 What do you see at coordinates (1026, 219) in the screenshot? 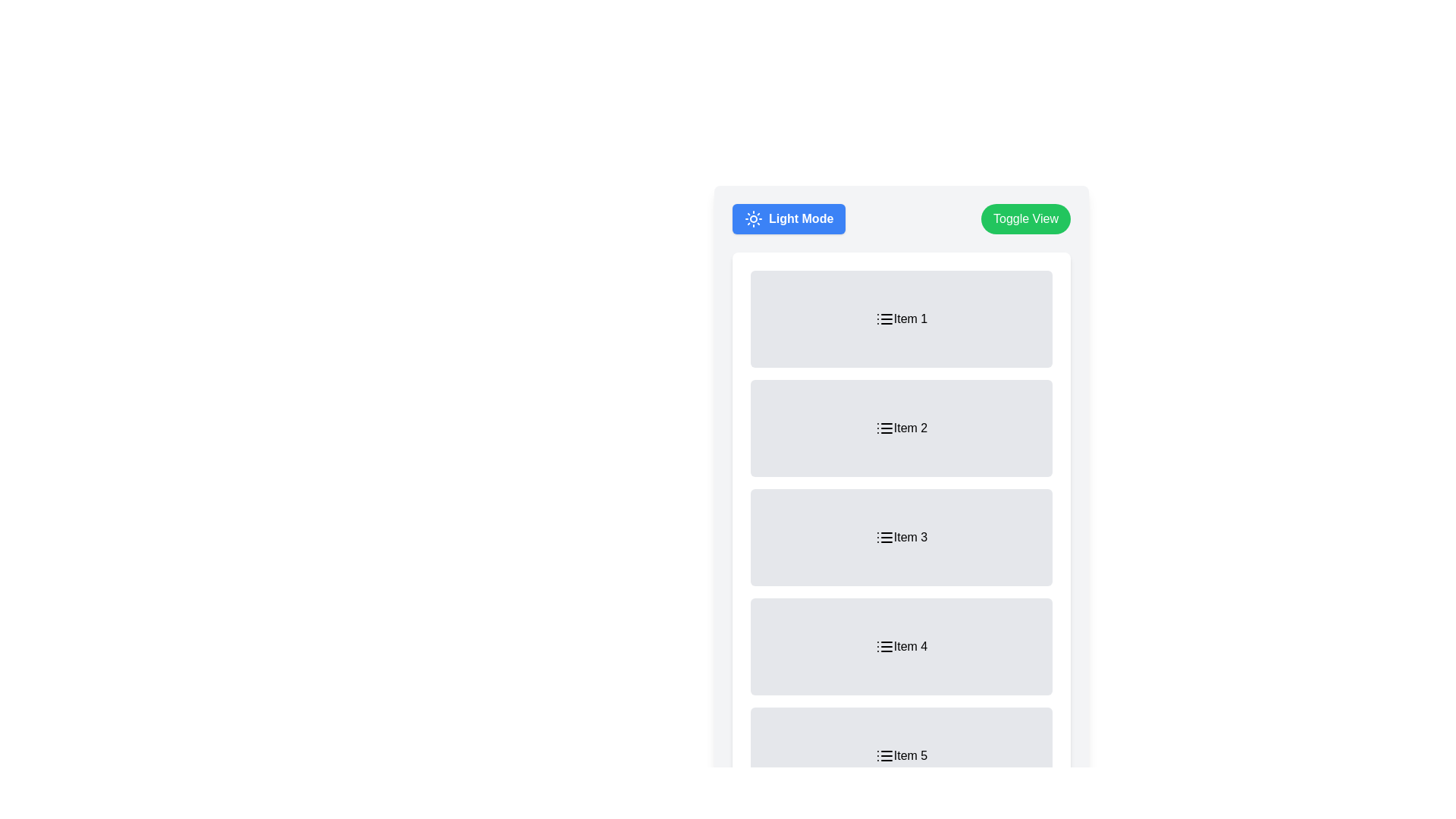
I see `the 'Toggle View' button to observe the hover effects, which allows users to switch display modes` at bounding box center [1026, 219].